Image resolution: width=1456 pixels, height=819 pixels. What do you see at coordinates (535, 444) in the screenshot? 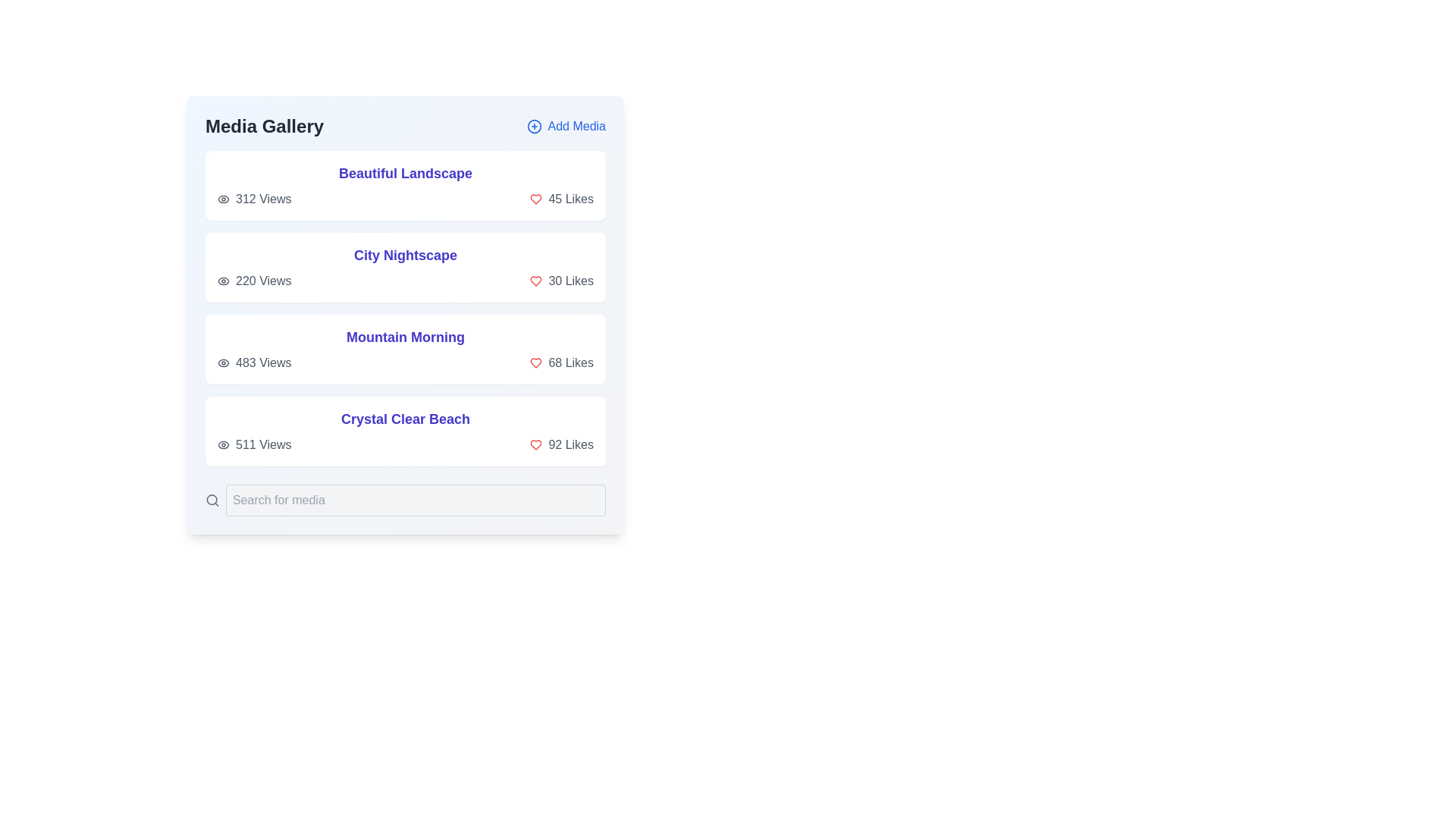
I see `the likes icon for the item titled Crystal Clear Beach` at bounding box center [535, 444].